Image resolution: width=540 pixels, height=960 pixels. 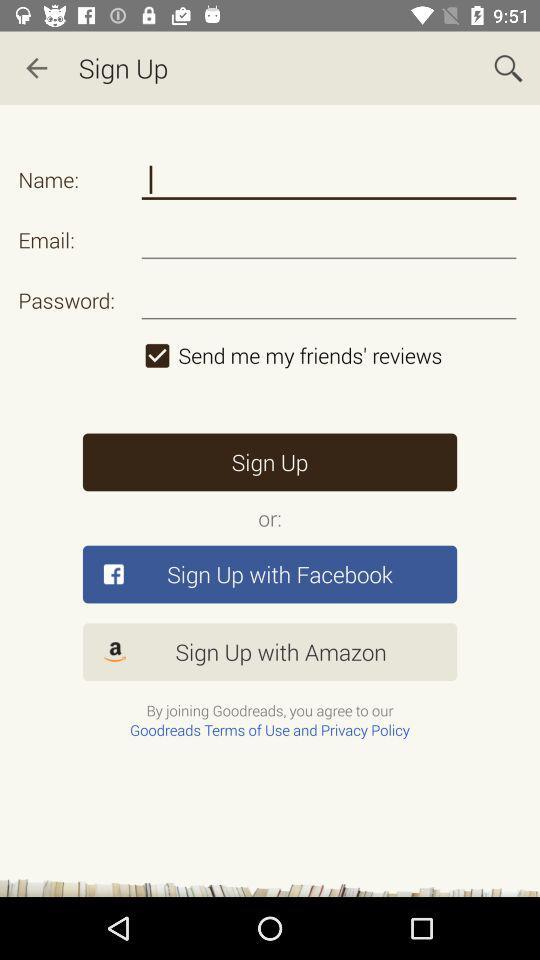 What do you see at coordinates (329, 299) in the screenshot?
I see `password` at bounding box center [329, 299].